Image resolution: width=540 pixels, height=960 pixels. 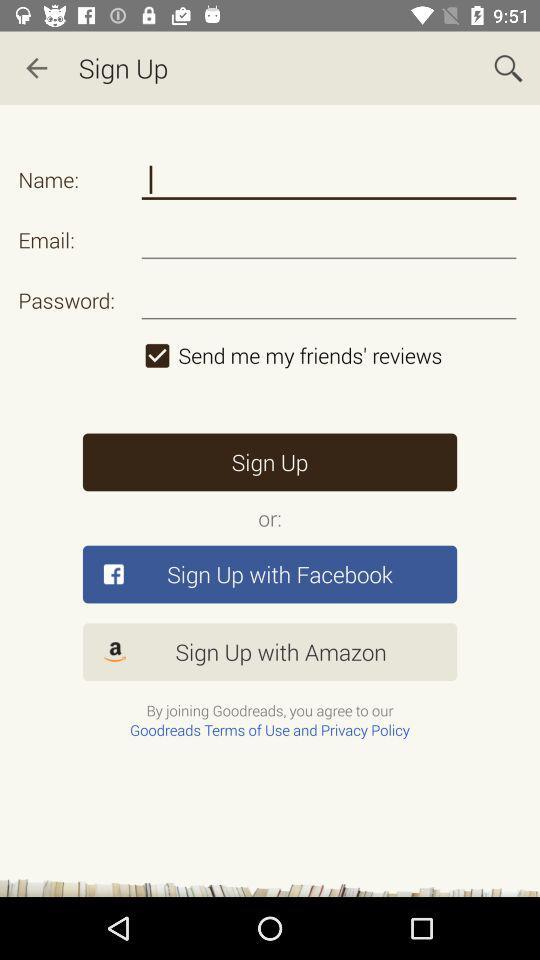 What do you see at coordinates (329, 299) in the screenshot?
I see `password` at bounding box center [329, 299].